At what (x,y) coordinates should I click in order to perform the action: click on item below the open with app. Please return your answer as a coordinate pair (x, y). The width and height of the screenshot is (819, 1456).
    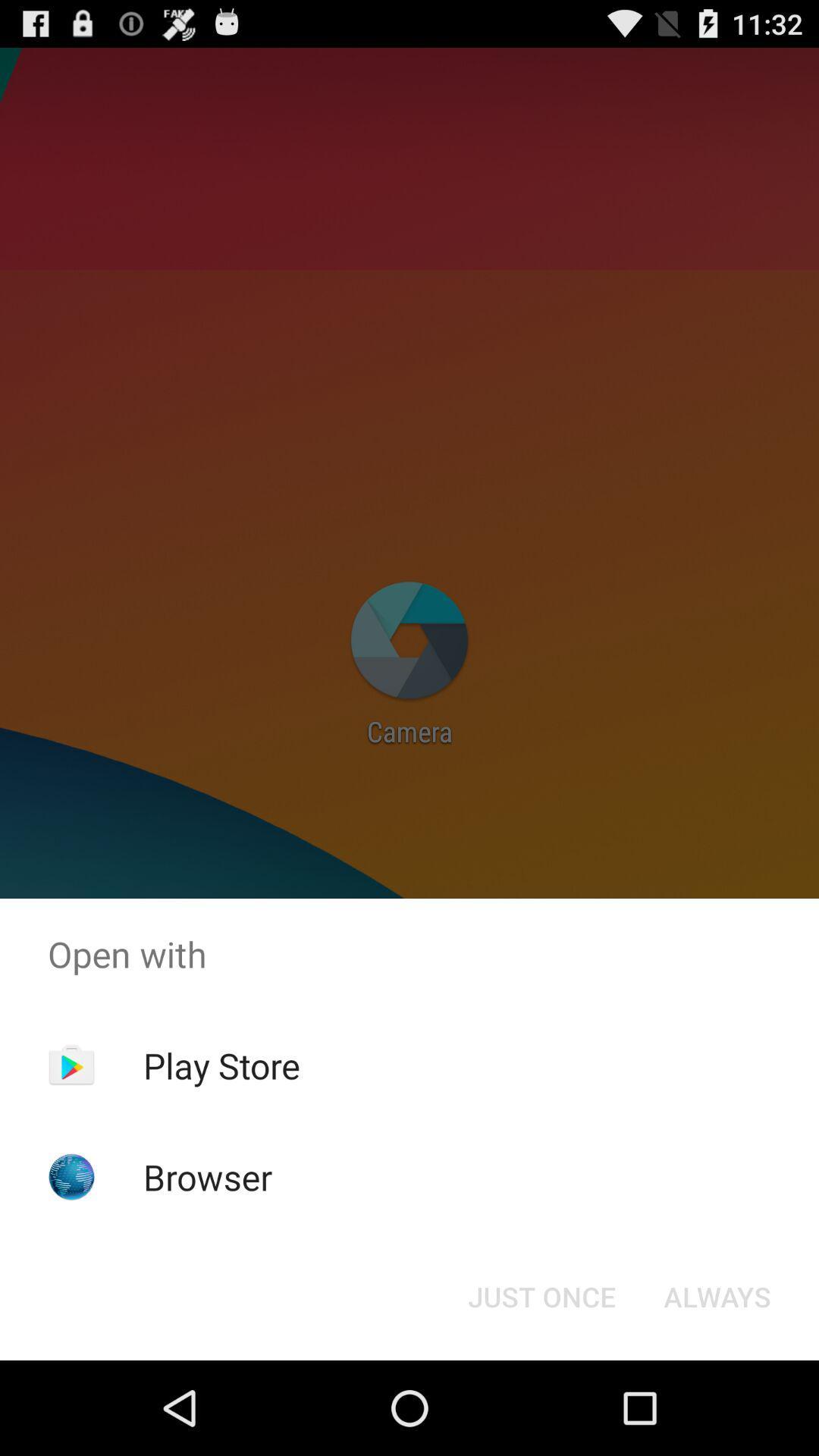
    Looking at the image, I should click on (221, 1065).